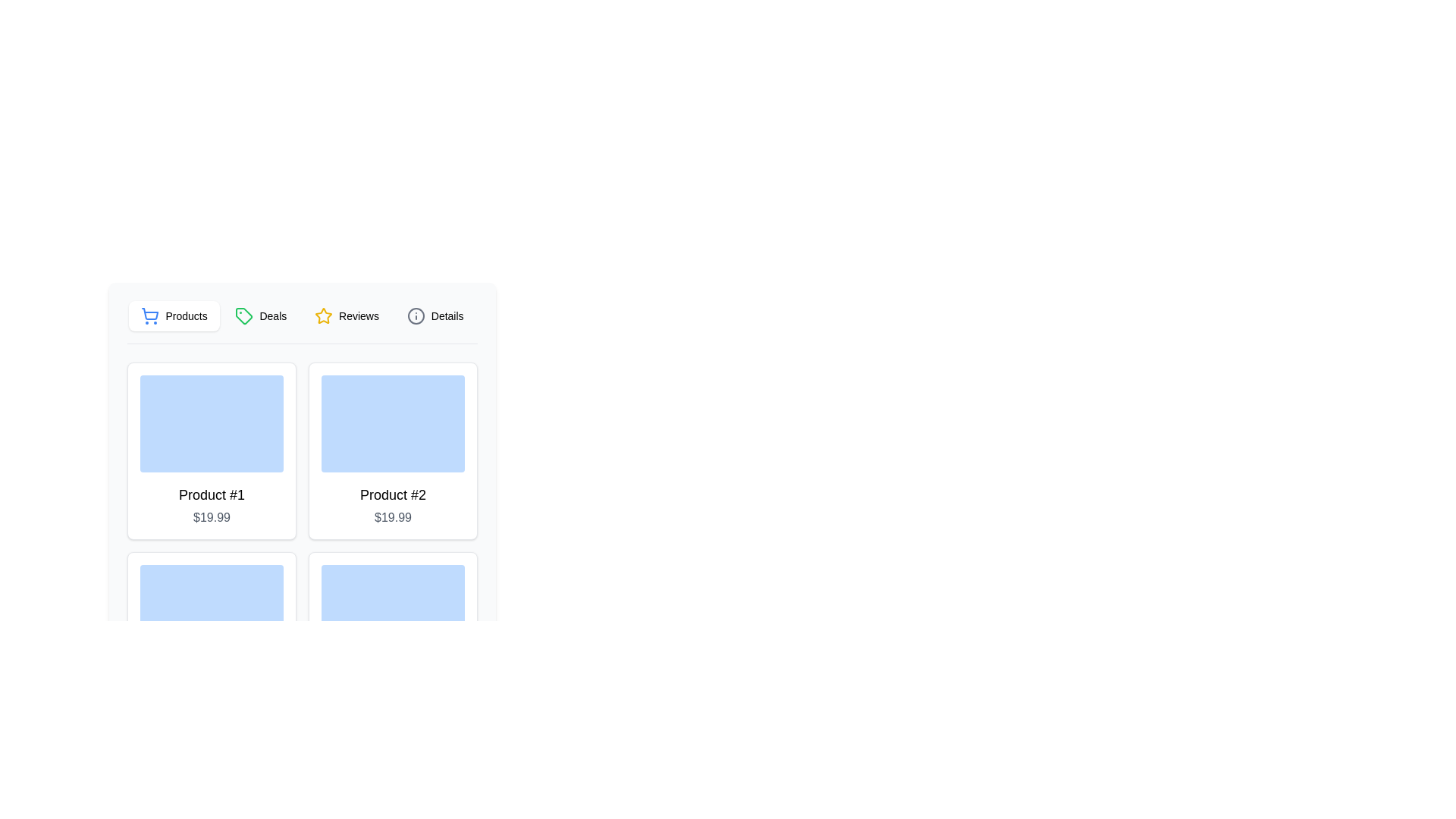 The height and width of the screenshot is (819, 1456). What do you see at coordinates (244, 315) in the screenshot?
I see `the 'Deals' menu entry that contains the green tag-like icon` at bounding box center [244, 315].